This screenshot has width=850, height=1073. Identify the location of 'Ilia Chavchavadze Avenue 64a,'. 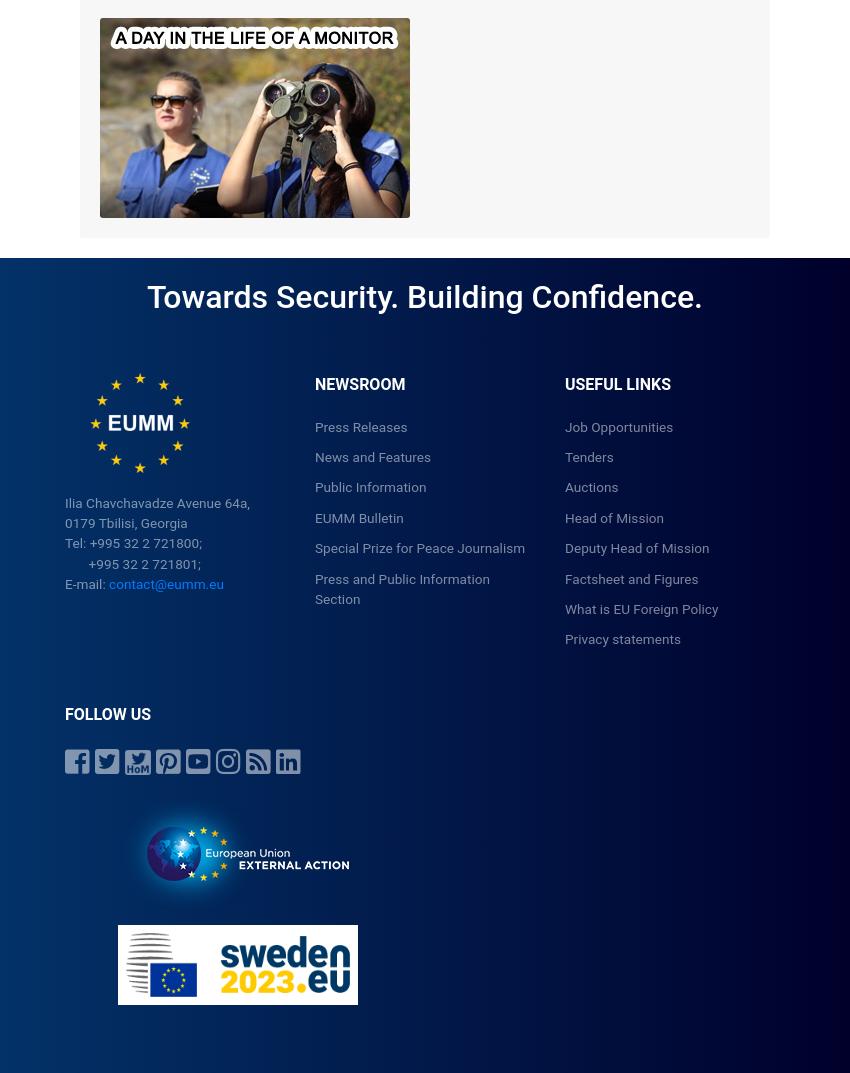
(157, 500).